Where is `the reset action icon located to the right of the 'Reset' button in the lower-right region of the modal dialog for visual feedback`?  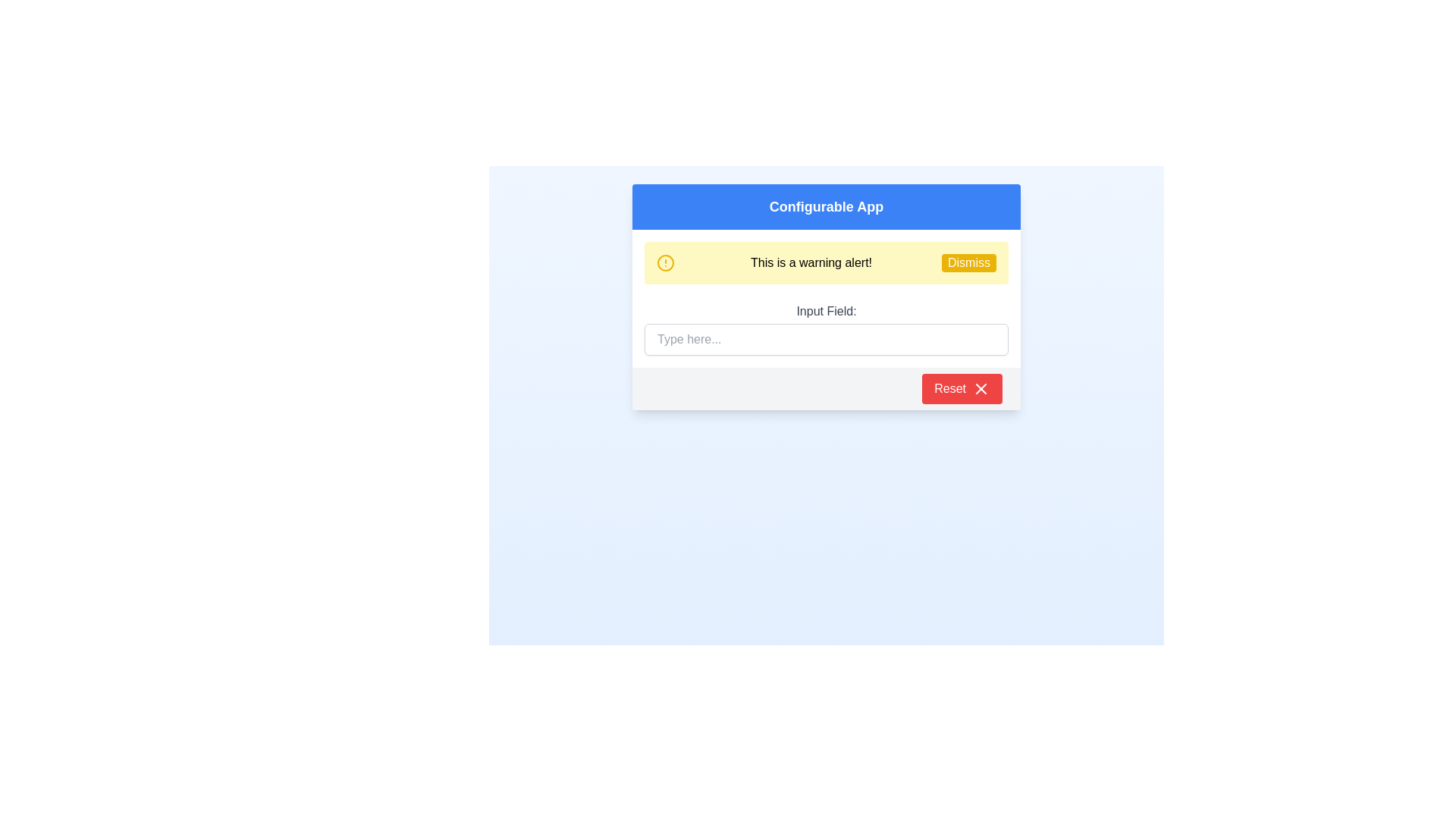 the reset action icon located to the right of the 'Reset' button in the lower-right region of the modal dialog for visual feedback is located at coordinates (981, 388).